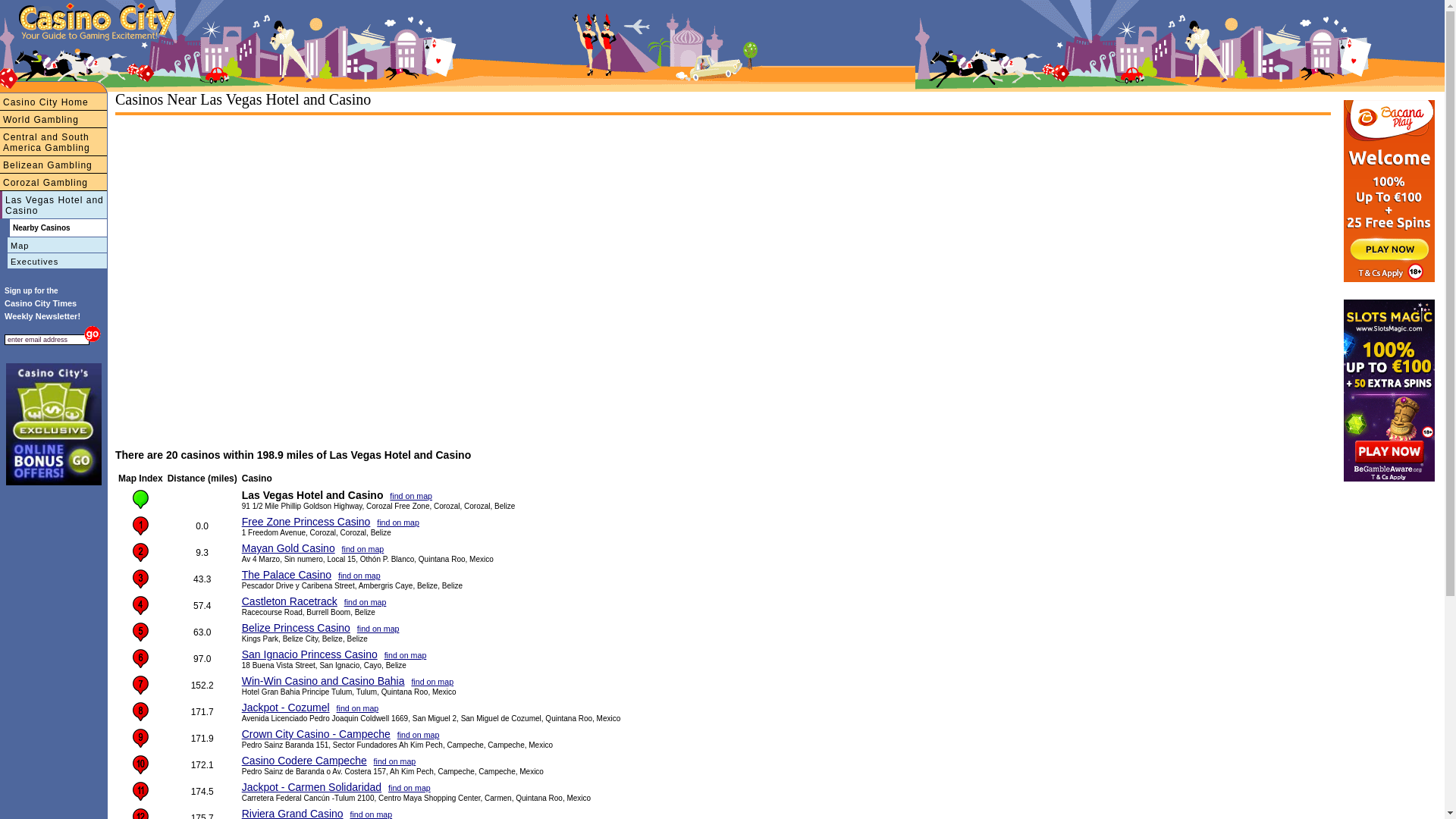  What do you see at coordinates (53, 205) in the screenshot?
I see `'Las Vegas Hotel and Casino'` at bounding box center [53, 205].